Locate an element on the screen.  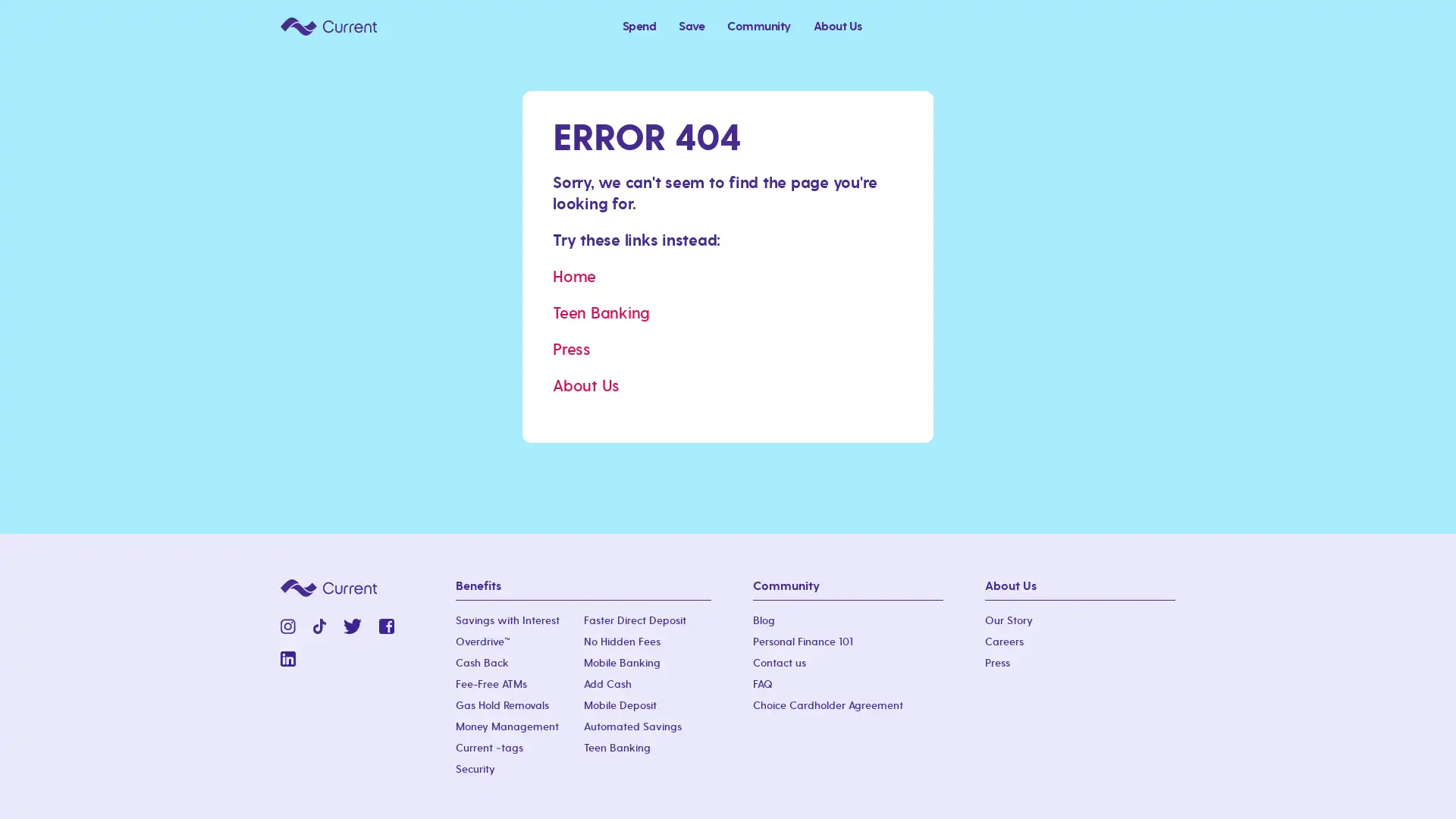
Blog is located at coordinates (764, 620).